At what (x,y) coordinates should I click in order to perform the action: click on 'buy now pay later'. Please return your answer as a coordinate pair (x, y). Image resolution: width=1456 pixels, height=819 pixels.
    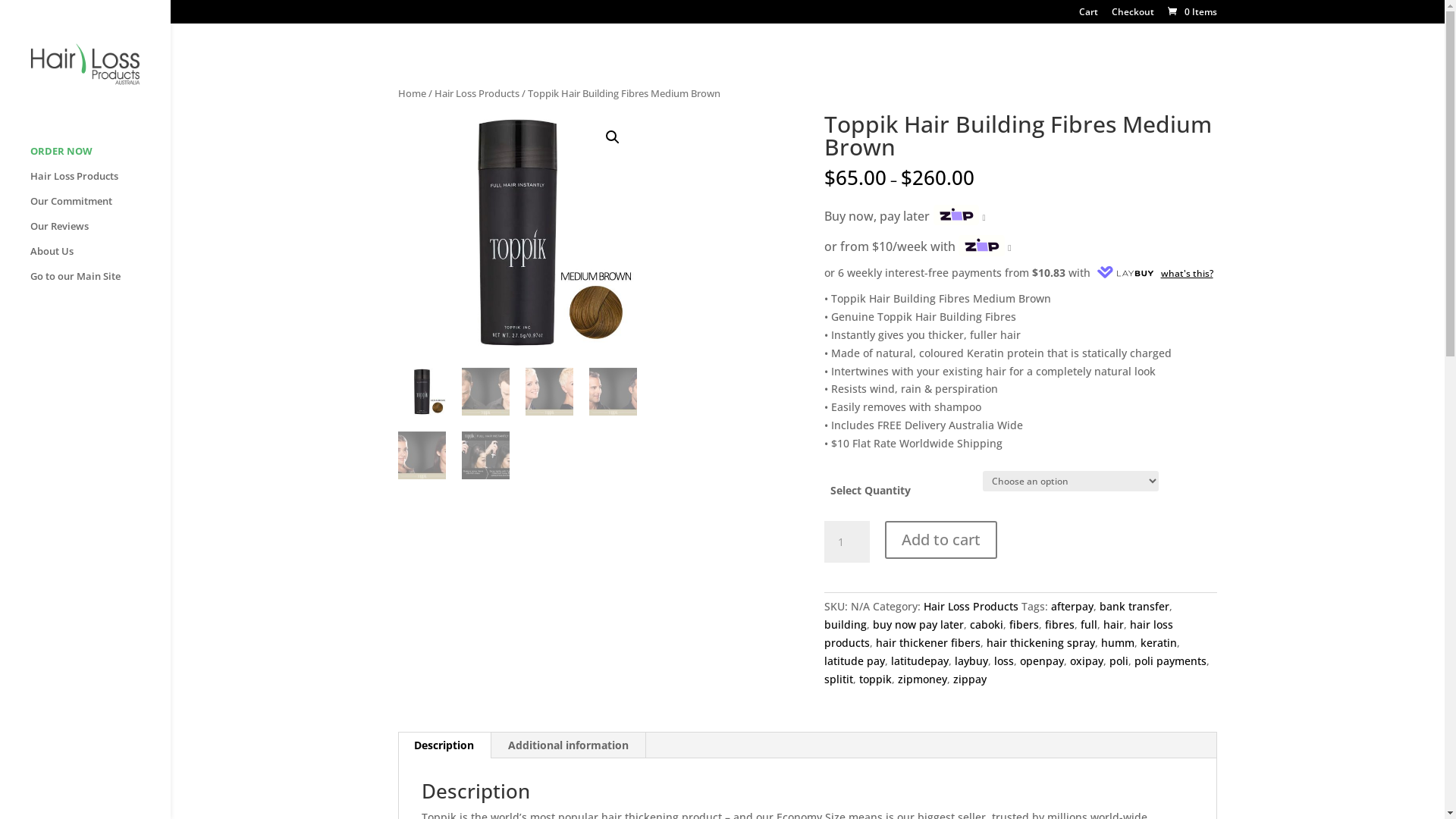
    Looking at the image, I should click on (917, 624).